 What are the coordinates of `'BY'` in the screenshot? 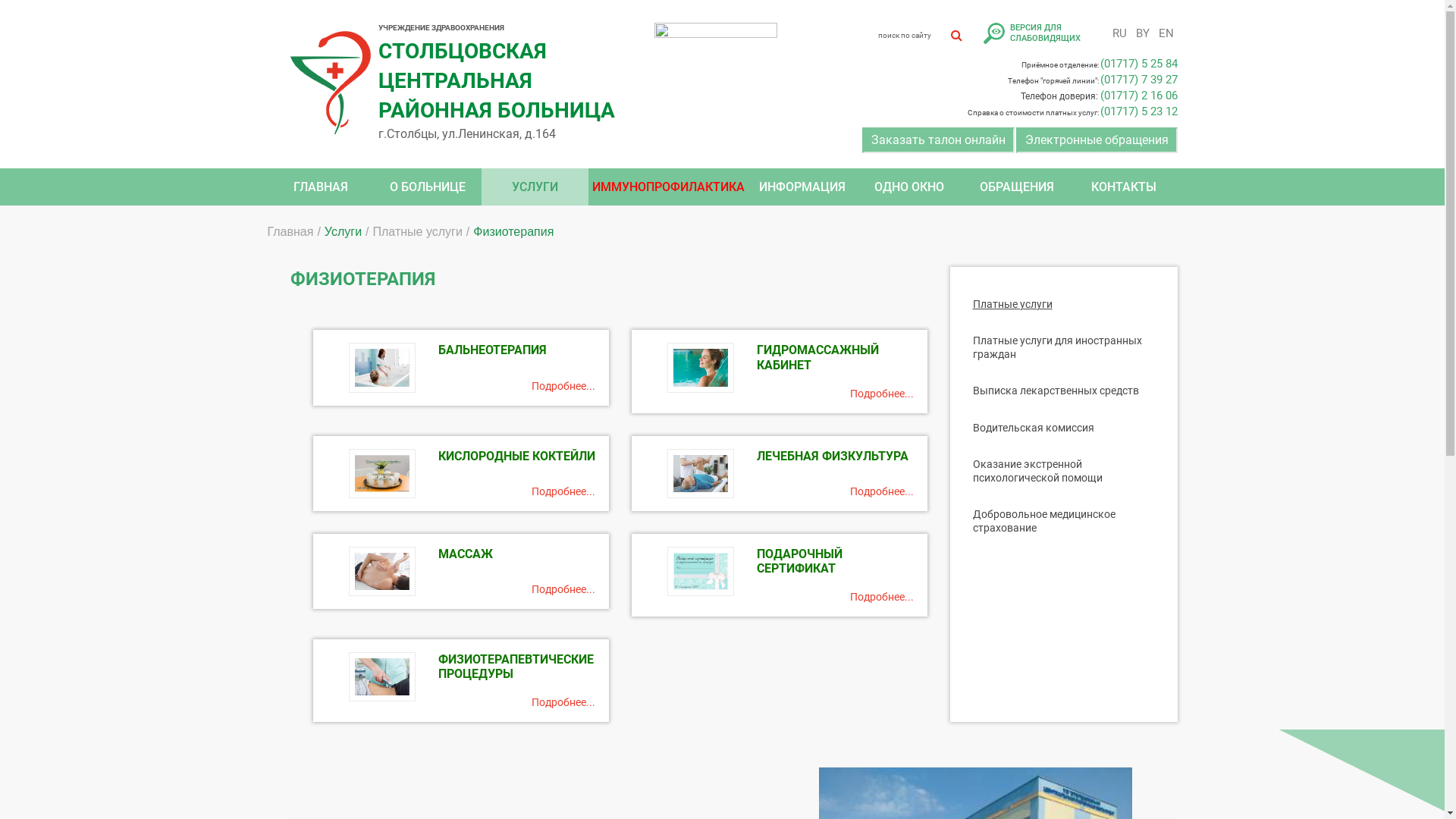 It's located at (1142, 33).